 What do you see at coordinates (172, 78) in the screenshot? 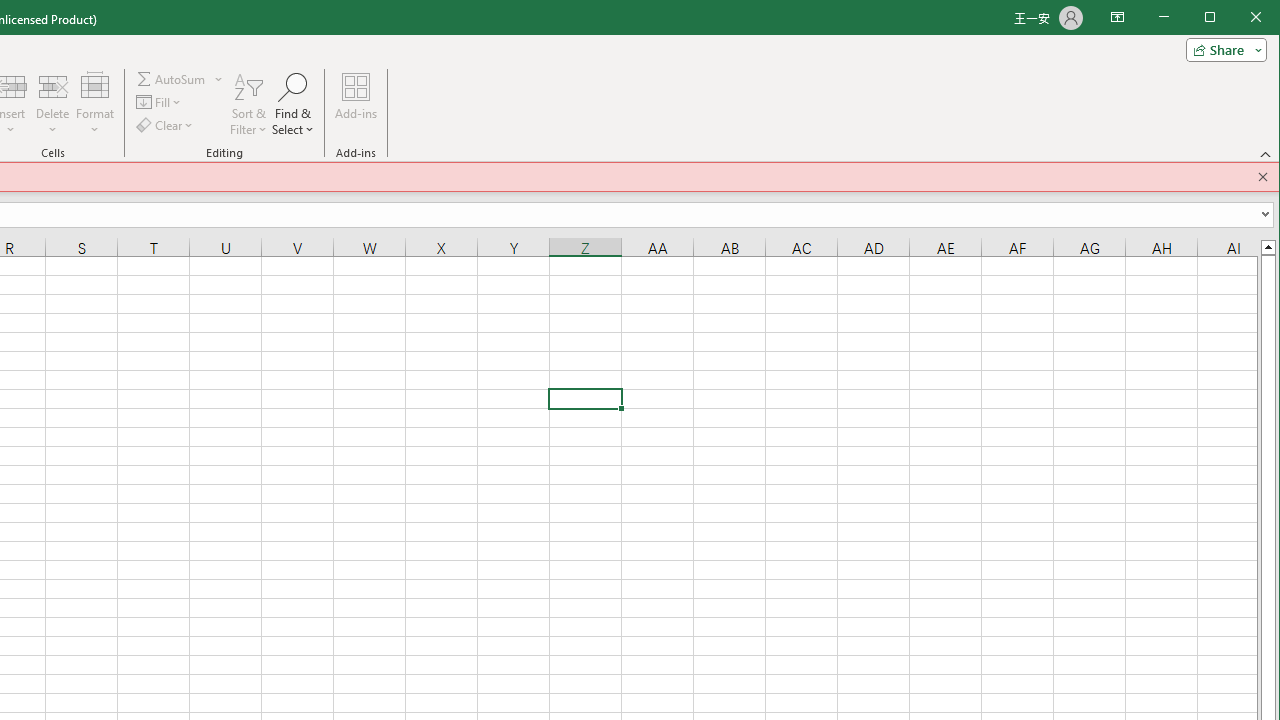
I see `'Sum'` at bounding box center [172, 78].